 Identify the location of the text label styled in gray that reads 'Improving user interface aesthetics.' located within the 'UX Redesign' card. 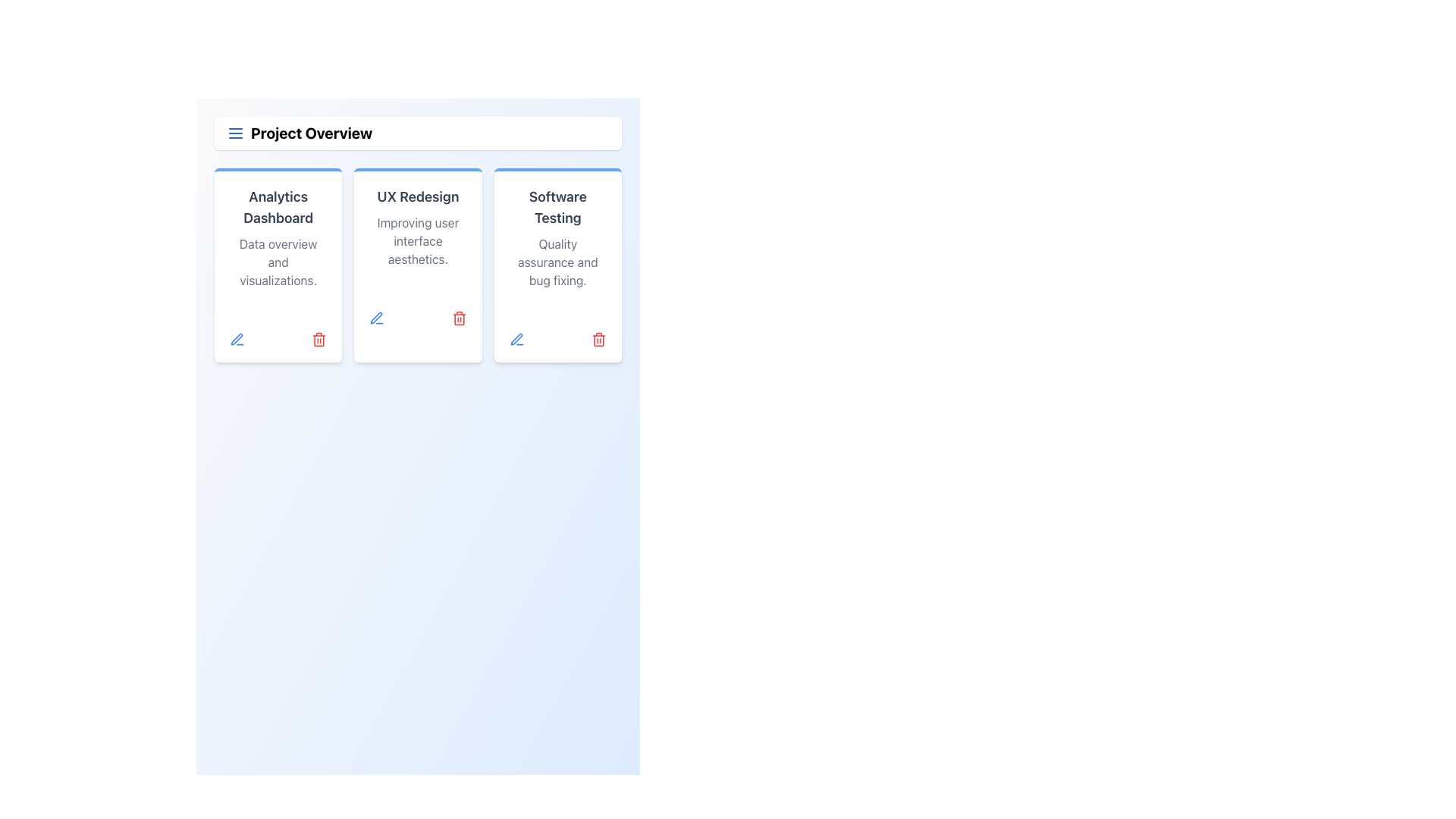
(418, 240).